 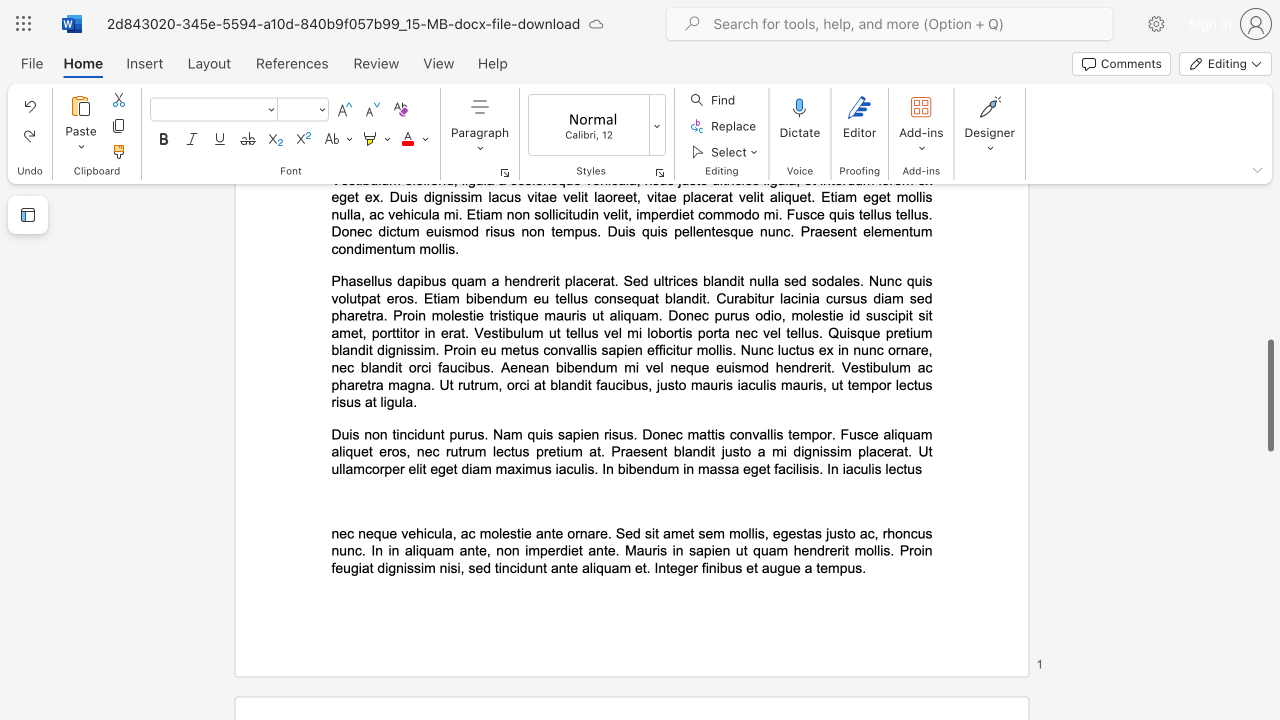 What do you see at coordinates (415, 469) in the screenshot?
I see `the subset text "lit eget diam maximus iaculis. In bibendum in massa" within the text "Duis non tincidunt purus. Nam quis sapien risus. Donec mattis convallis tempor. Fusce aliquam aliquet eros, nec rutrum lectus pretium at. Praesent blandit justo a mi dignissim placerat. Ut ullamcorper elit eget diam maximus iaculis. In bibendum in massa eget facilisis. In iaculis lectus"` at bounding box center [415, 469].